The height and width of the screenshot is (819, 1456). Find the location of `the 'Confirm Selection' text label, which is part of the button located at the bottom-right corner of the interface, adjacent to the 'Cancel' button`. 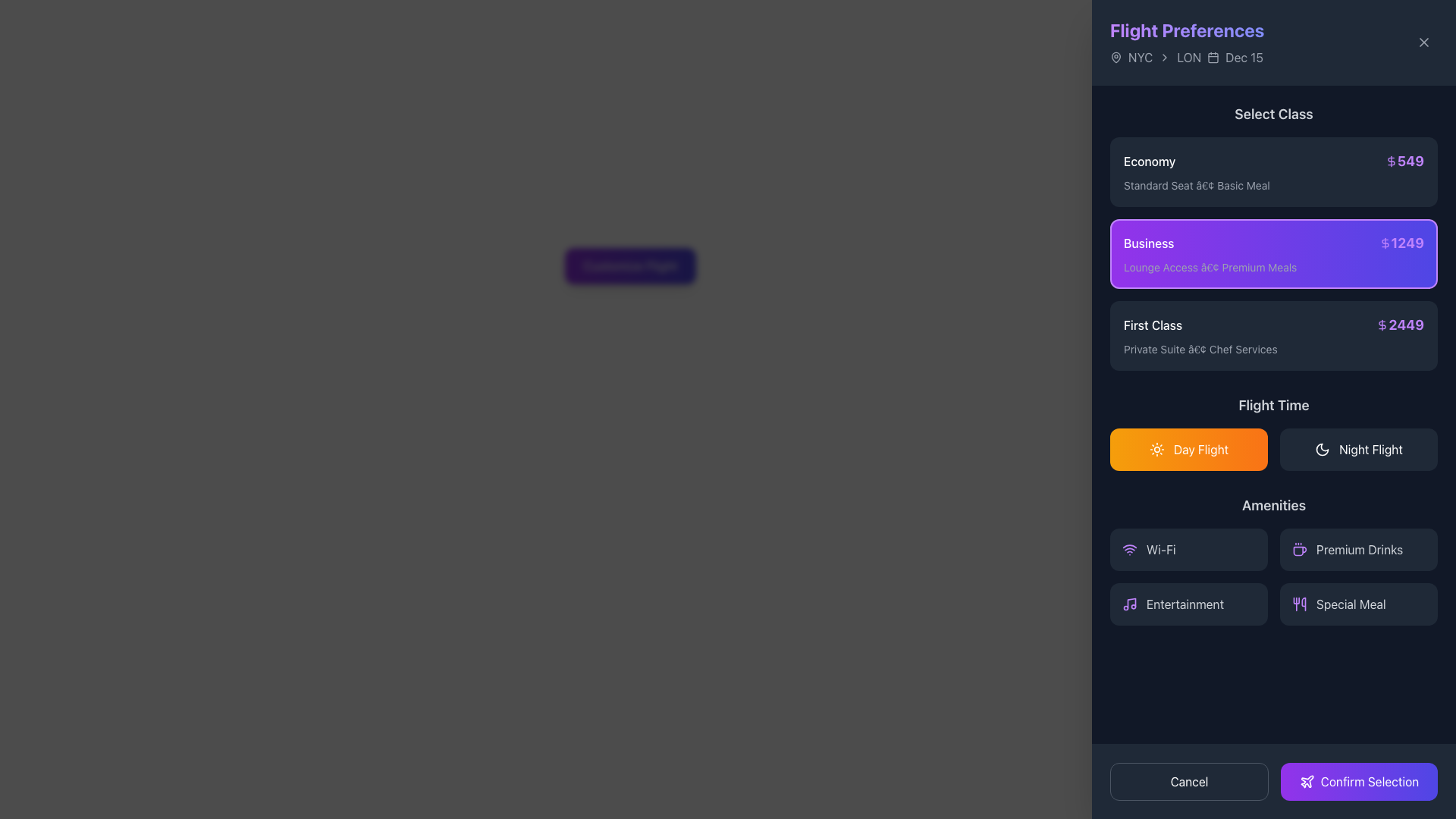

the 'Confirm Selection' text label, which is part of the button located at the bottom-right corner of the interface, adjacent to the 'Cancel' button is located at coordinates (1370, 781).